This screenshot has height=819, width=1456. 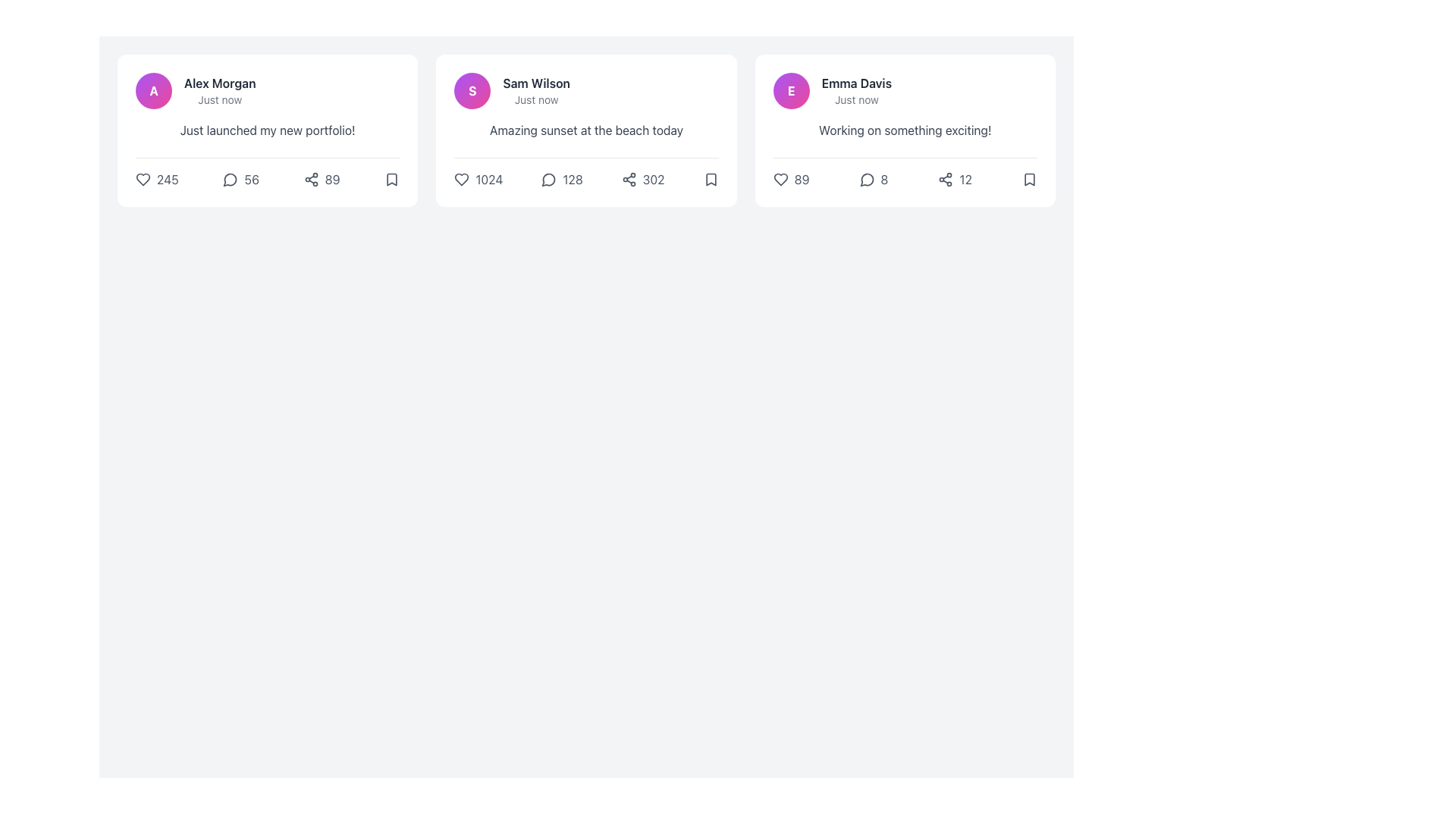 What do you see at coordinates (867, 179) in the screenshot?
I see `the comment interaction SVG icon located in the third post card, specifically the second icon from the left in the bottom row of icons` at bounding box center [867, 179].